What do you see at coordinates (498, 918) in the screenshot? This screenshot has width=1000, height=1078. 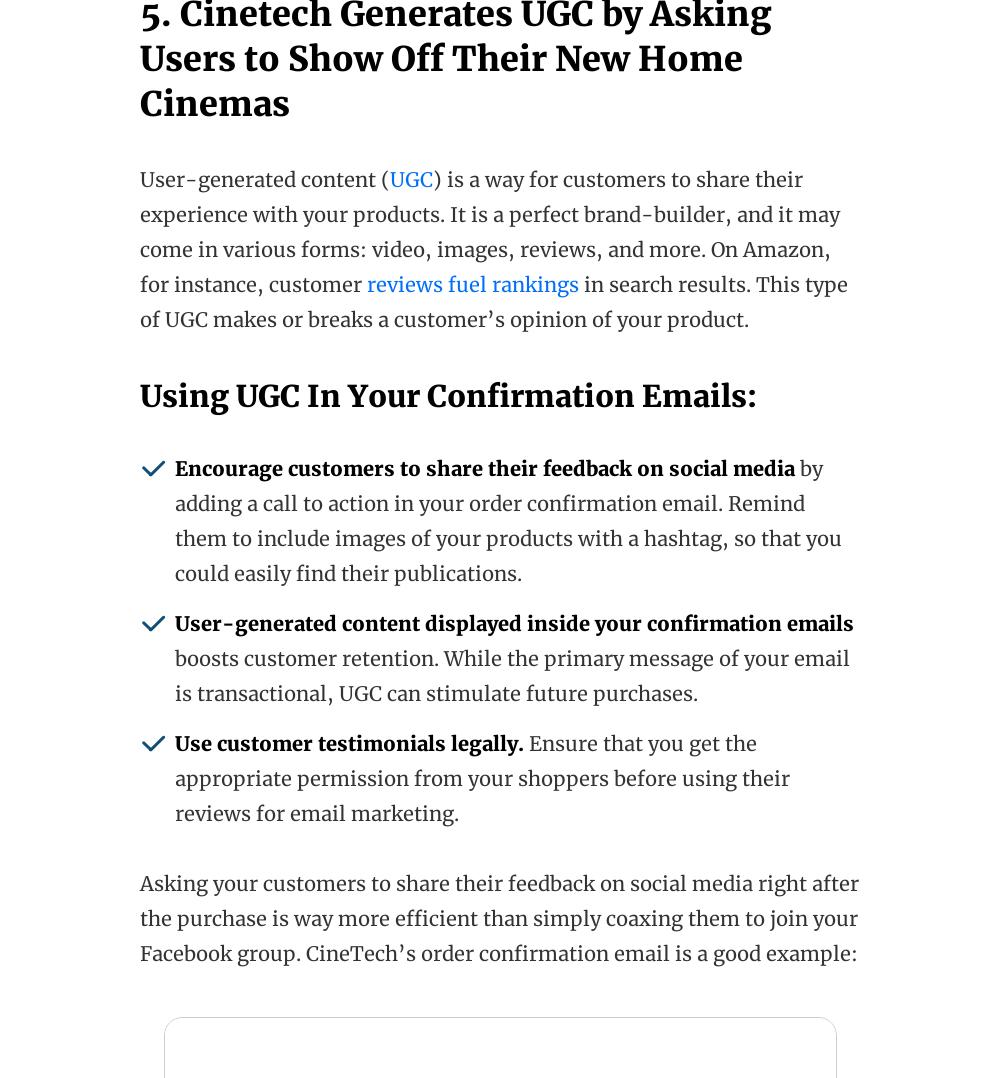 I see `'Asking your customers to share their feedback on social media right after the purchase is way more efficient than simply coaxing them to join your Facebook group. CineTech’s order confirmation email is a good example:'` at bounding box center [498, 918].